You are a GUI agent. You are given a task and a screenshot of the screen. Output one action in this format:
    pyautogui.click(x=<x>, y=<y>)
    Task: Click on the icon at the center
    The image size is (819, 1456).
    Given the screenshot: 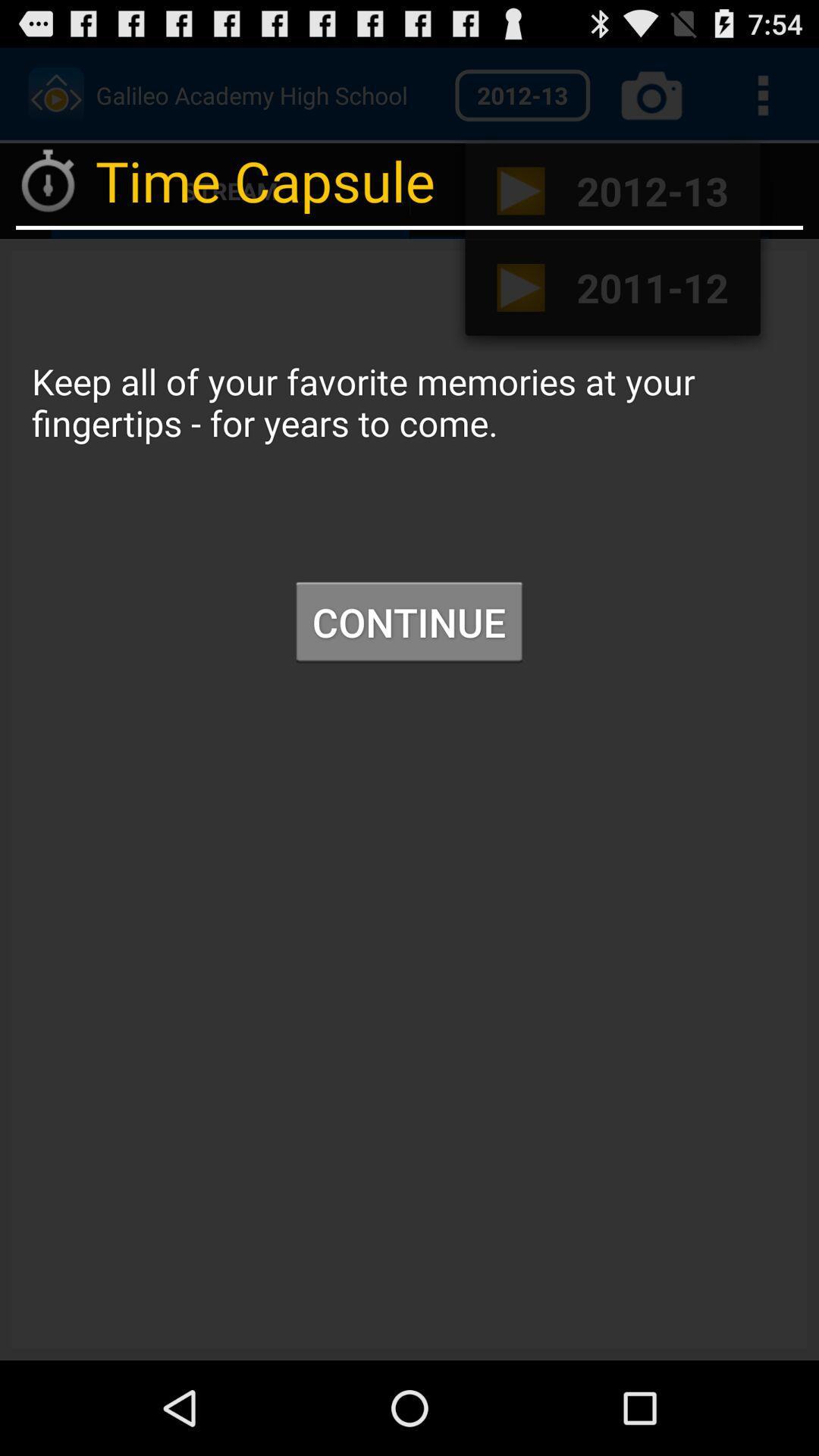 What is the action you would take?
    pyautogui.click(x=408, y=622)
    